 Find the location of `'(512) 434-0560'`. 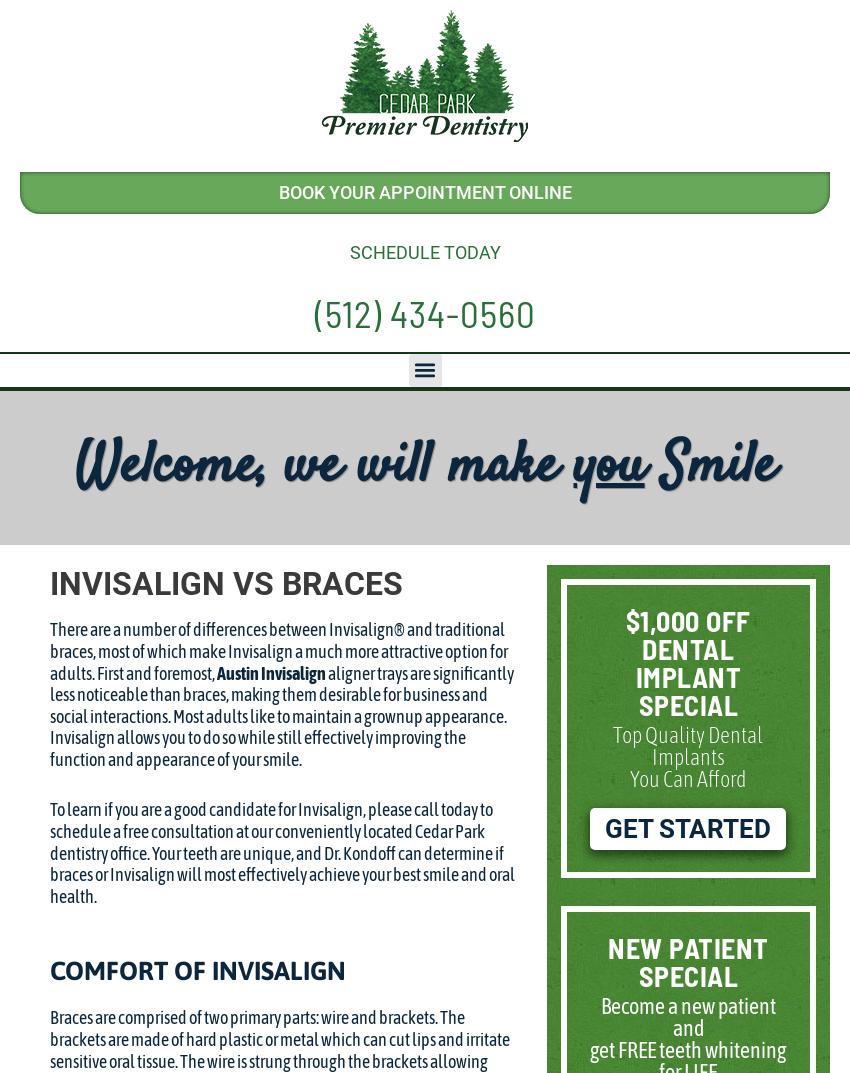

'(512) 434-0560' is located at coordinates (425, 310).